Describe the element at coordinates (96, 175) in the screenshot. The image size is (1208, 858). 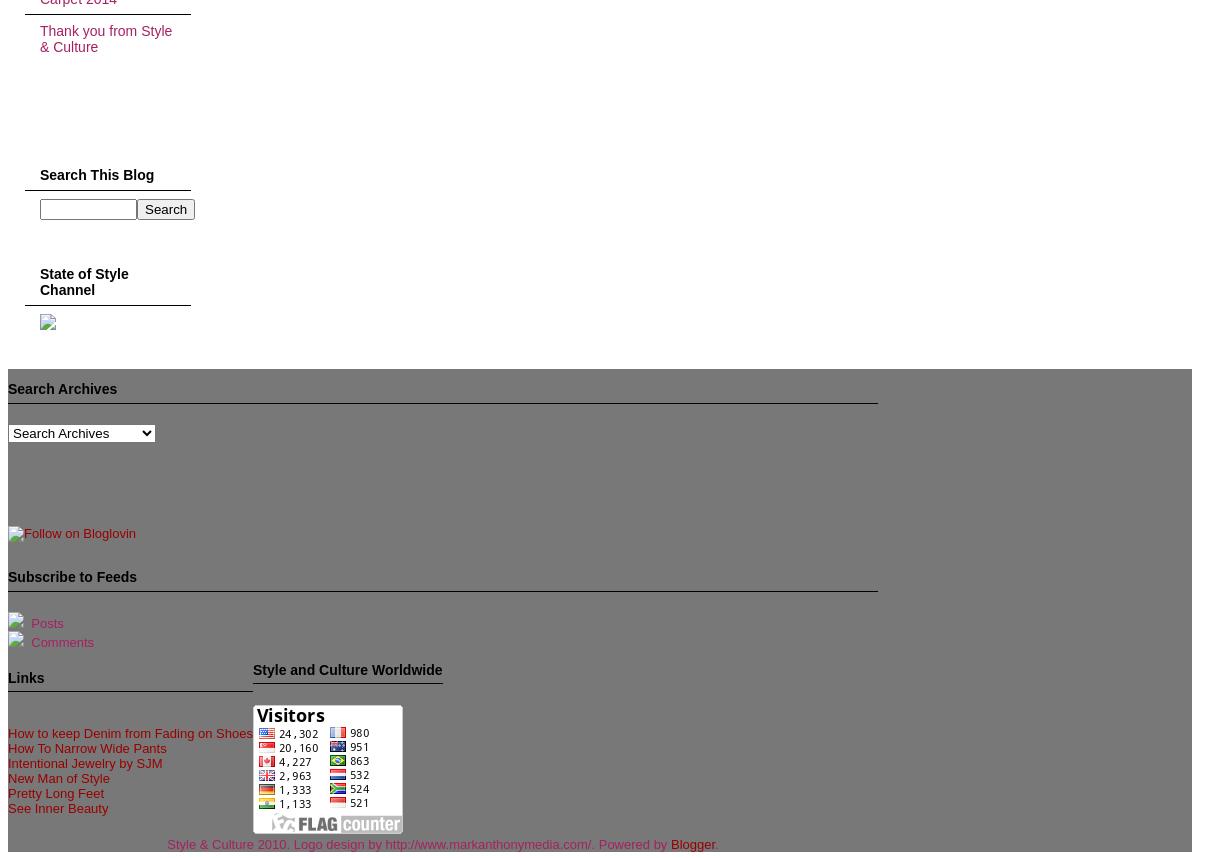
I see `'Search This Blog'` at that location.